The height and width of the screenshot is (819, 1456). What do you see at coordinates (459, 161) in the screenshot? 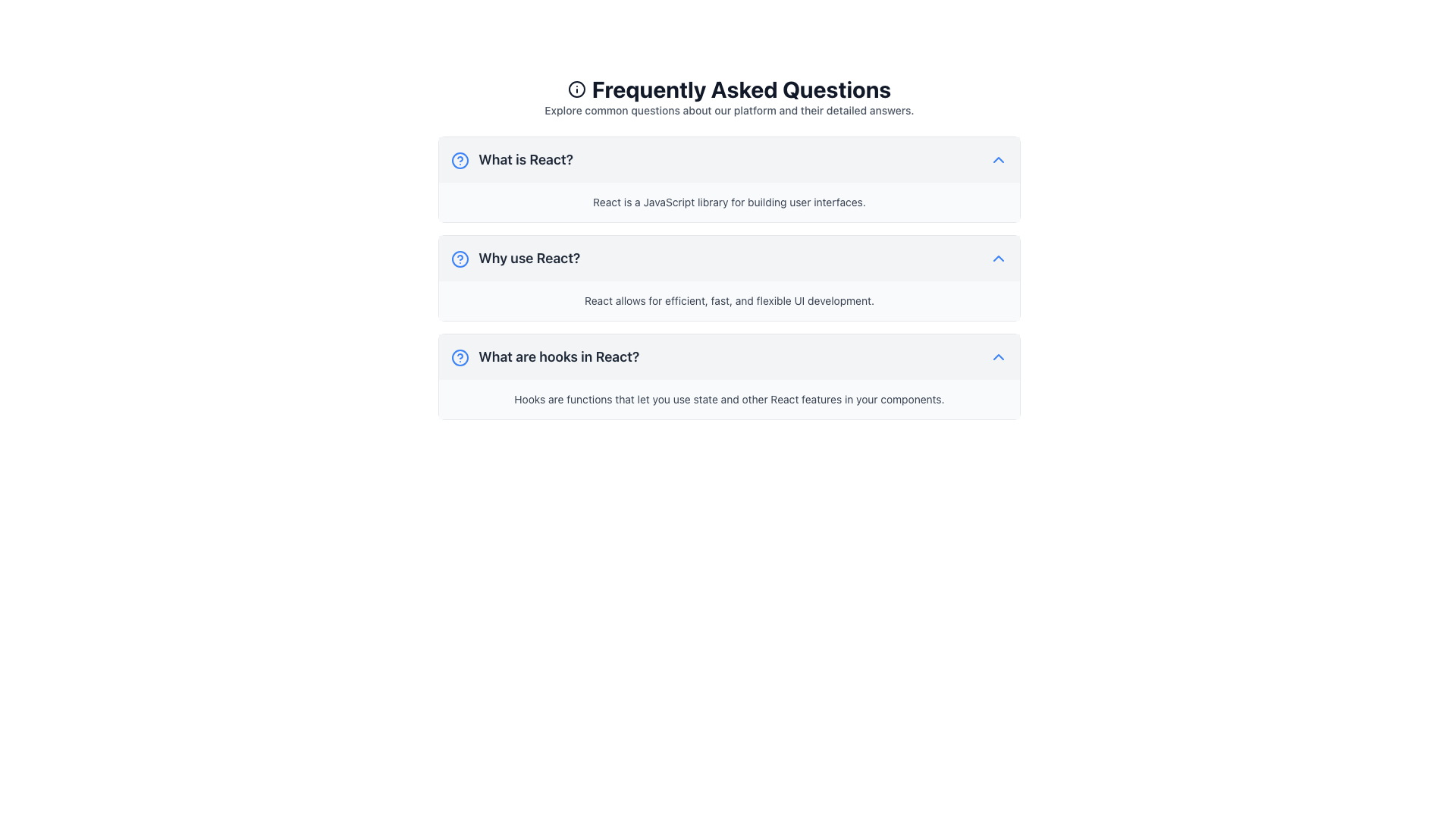
I see `the SVG Shape (Circle) element that is located to the left of the title text 'What is React?' in the FAQ list` at bounding box center [459, 161].